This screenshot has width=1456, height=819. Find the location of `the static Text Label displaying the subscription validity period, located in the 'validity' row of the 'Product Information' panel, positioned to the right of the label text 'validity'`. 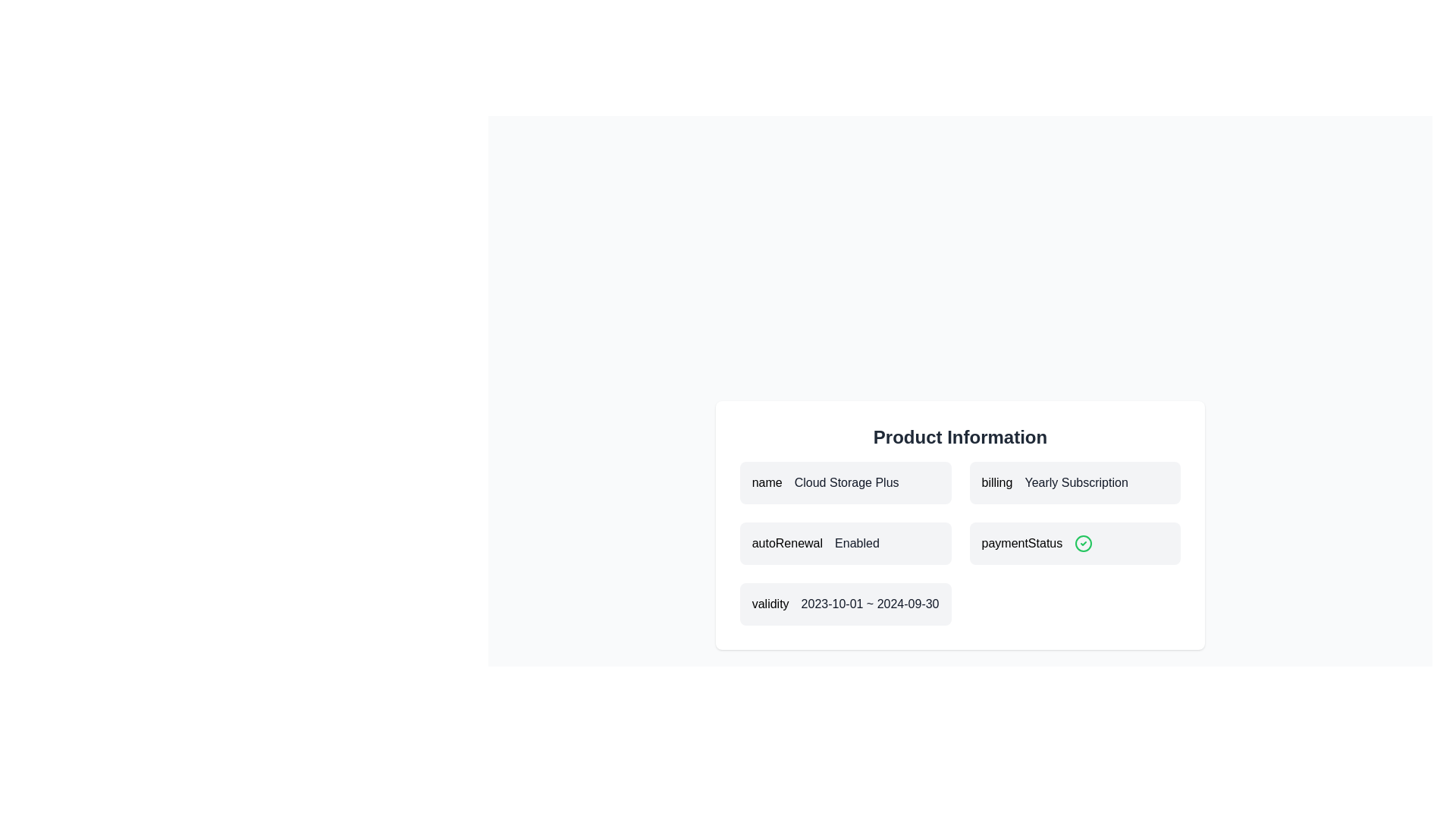

the static Text Label displaying the subscription validity period, located in the 'validity' row of the 'Product Information' panel, positioned to the right of the label text 'validity' is located at coordinates (870, 603).